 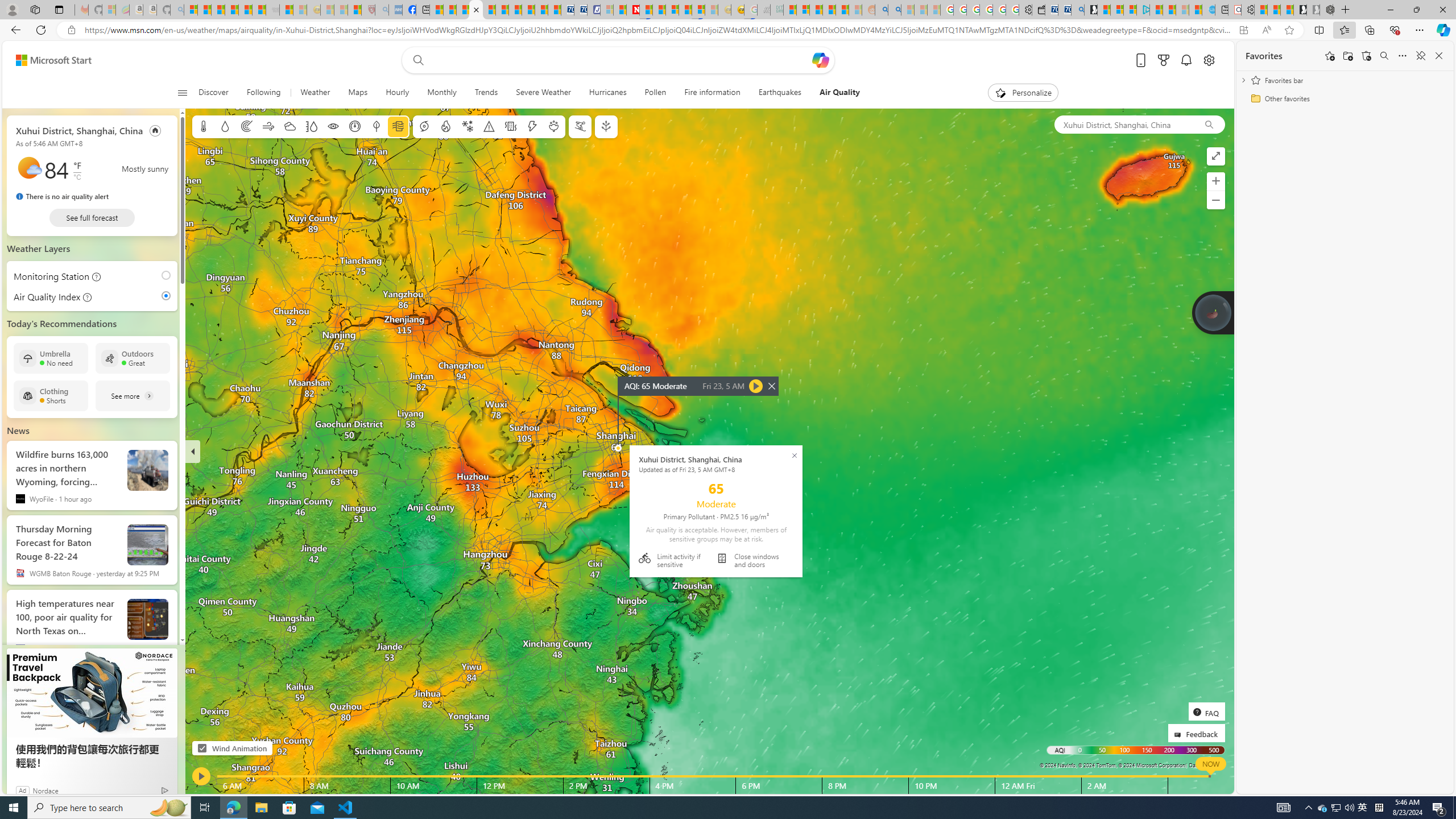 What do you see at coordinates (92, 217) in the screenshot?
I see `'See full forecast'` at bounding box center [92, 217].